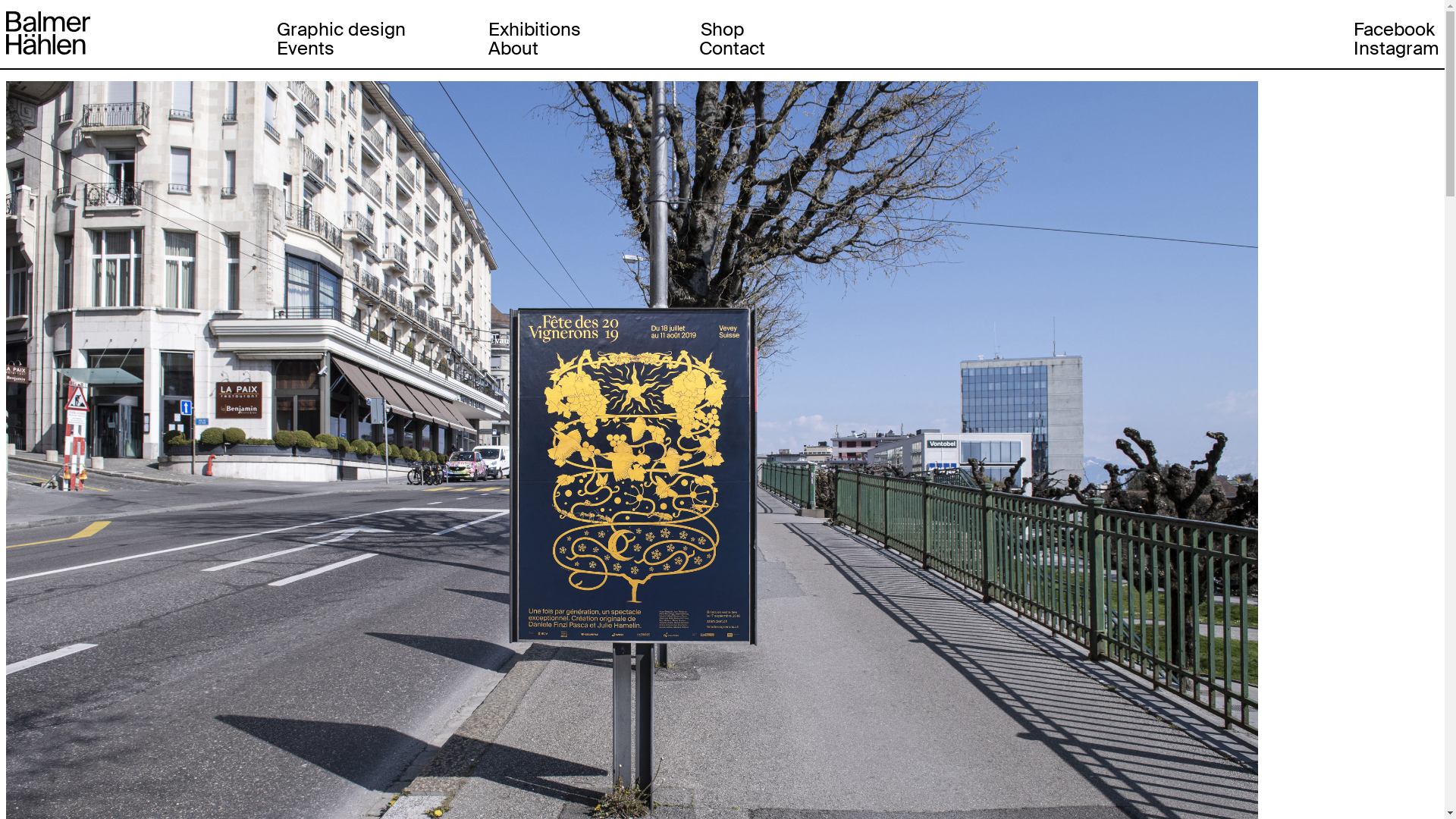  Describe the element at coordinates (305, 47) in the screenshot. I see `'Events'` at that location.